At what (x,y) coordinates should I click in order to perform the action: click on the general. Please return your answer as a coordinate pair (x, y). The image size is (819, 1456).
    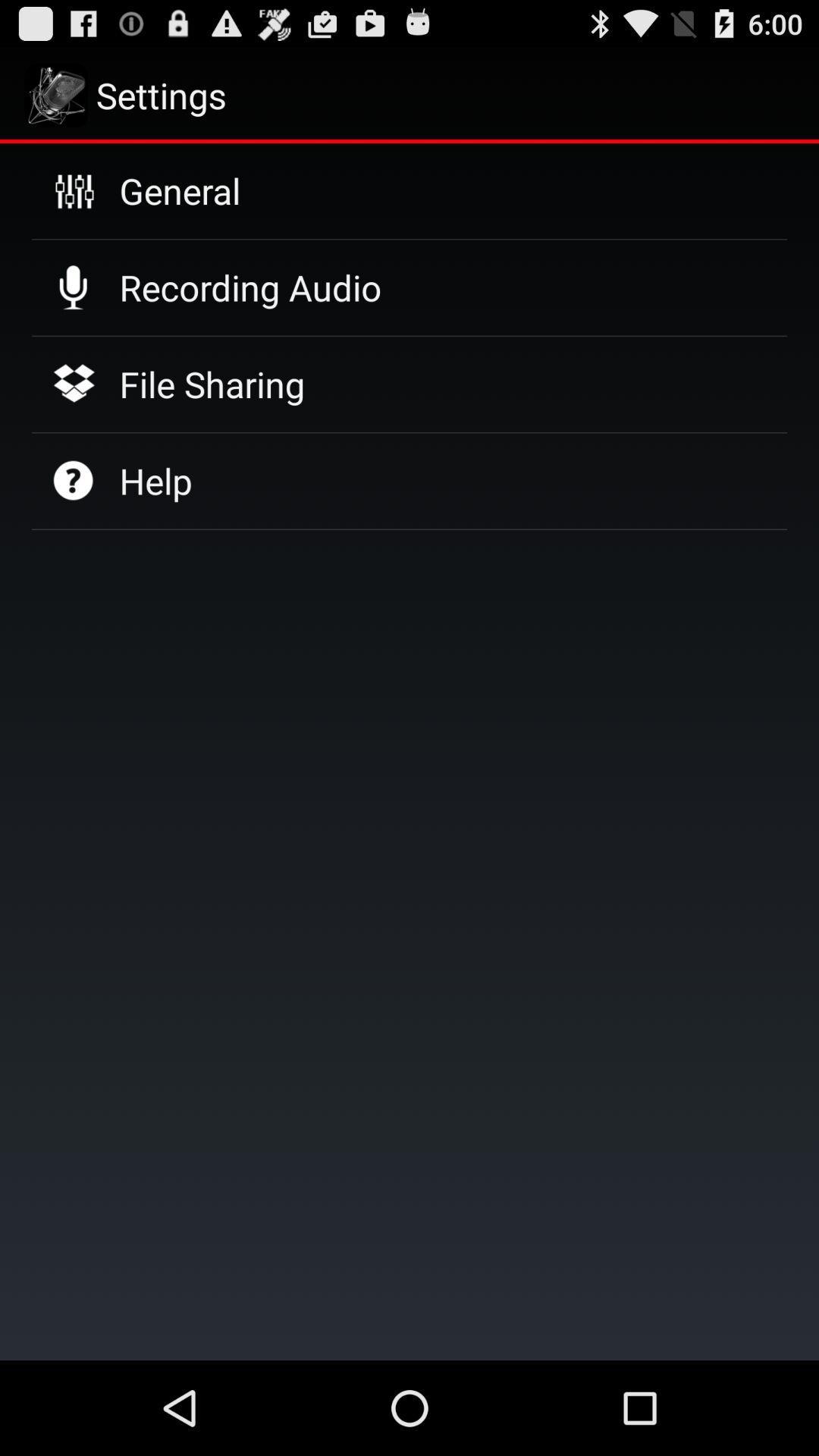
    Looking at the image, I should click on (179, 190).